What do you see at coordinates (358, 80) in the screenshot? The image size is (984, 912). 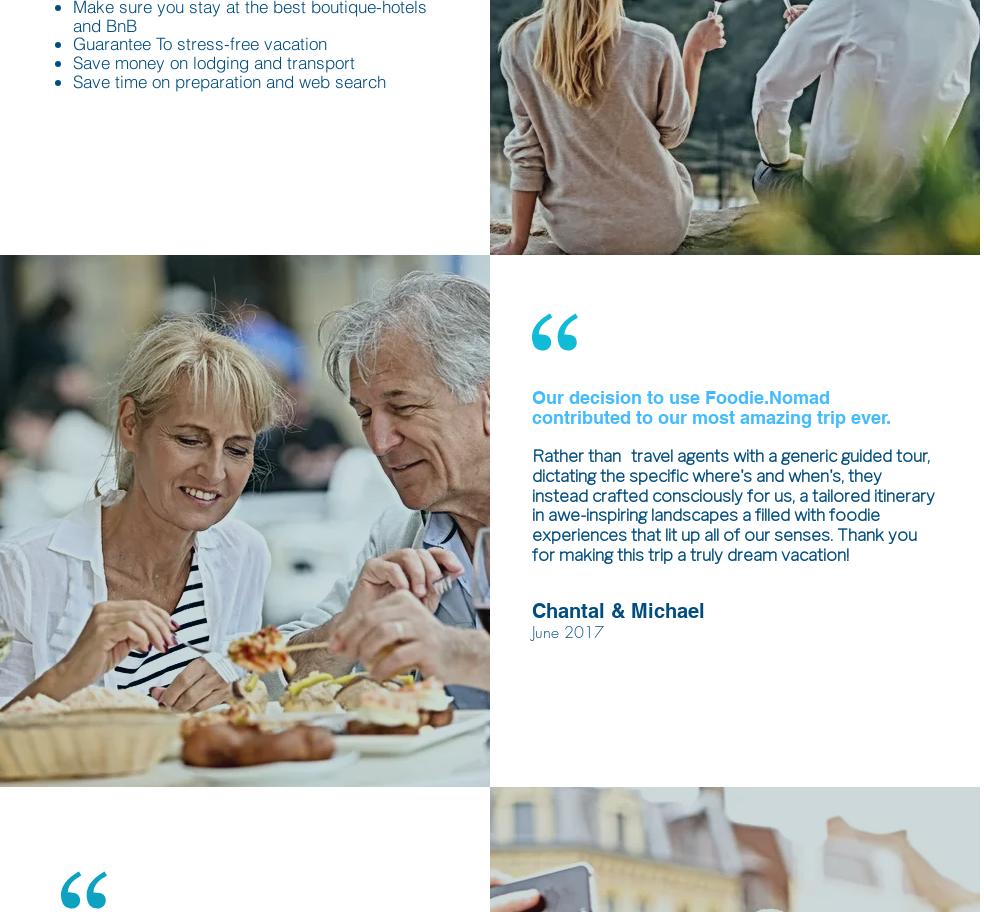 I see `'search'` at bounding box center [358, 80].